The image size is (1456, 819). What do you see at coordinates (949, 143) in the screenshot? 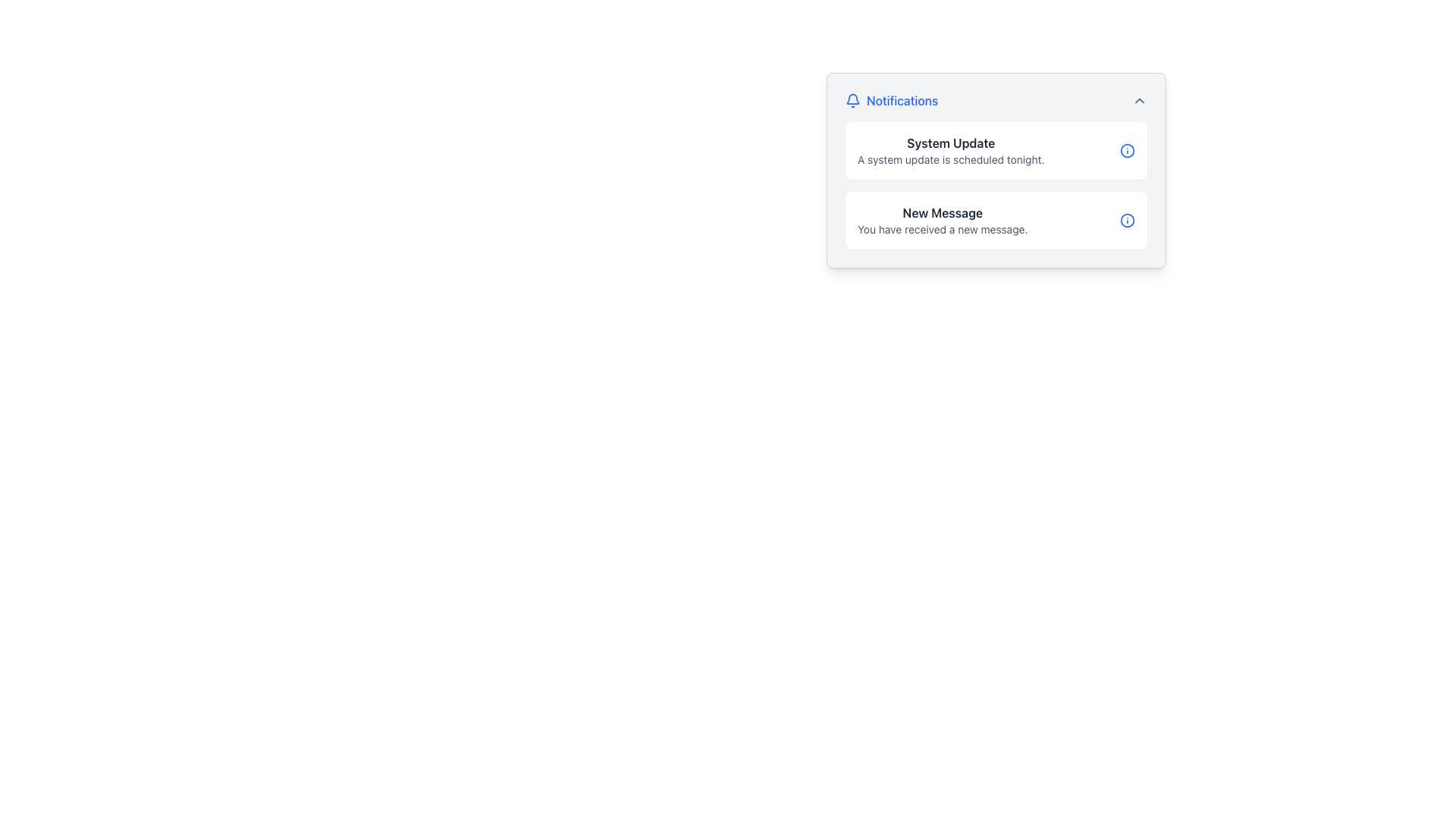
I see `the bold heading text label in the notification panel that indicates a system update scheduled tonight` at bounding box center [949, 143].